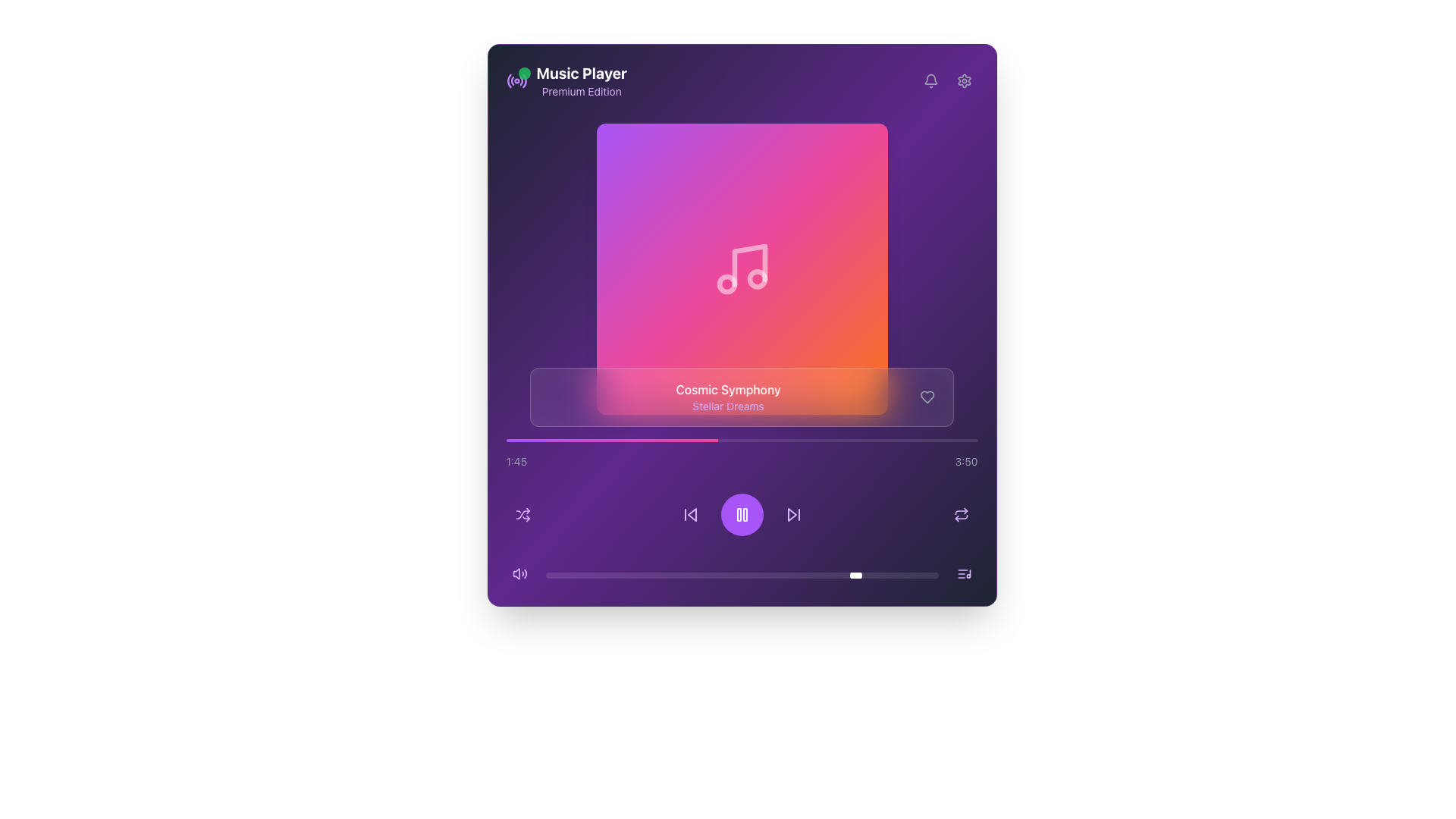  Describe the element at coordinates (965, 461) in the screenshot. I see `the text label displaying '3:50' on the dark purple background, which is part of the duration display in the music player interface` at that location.